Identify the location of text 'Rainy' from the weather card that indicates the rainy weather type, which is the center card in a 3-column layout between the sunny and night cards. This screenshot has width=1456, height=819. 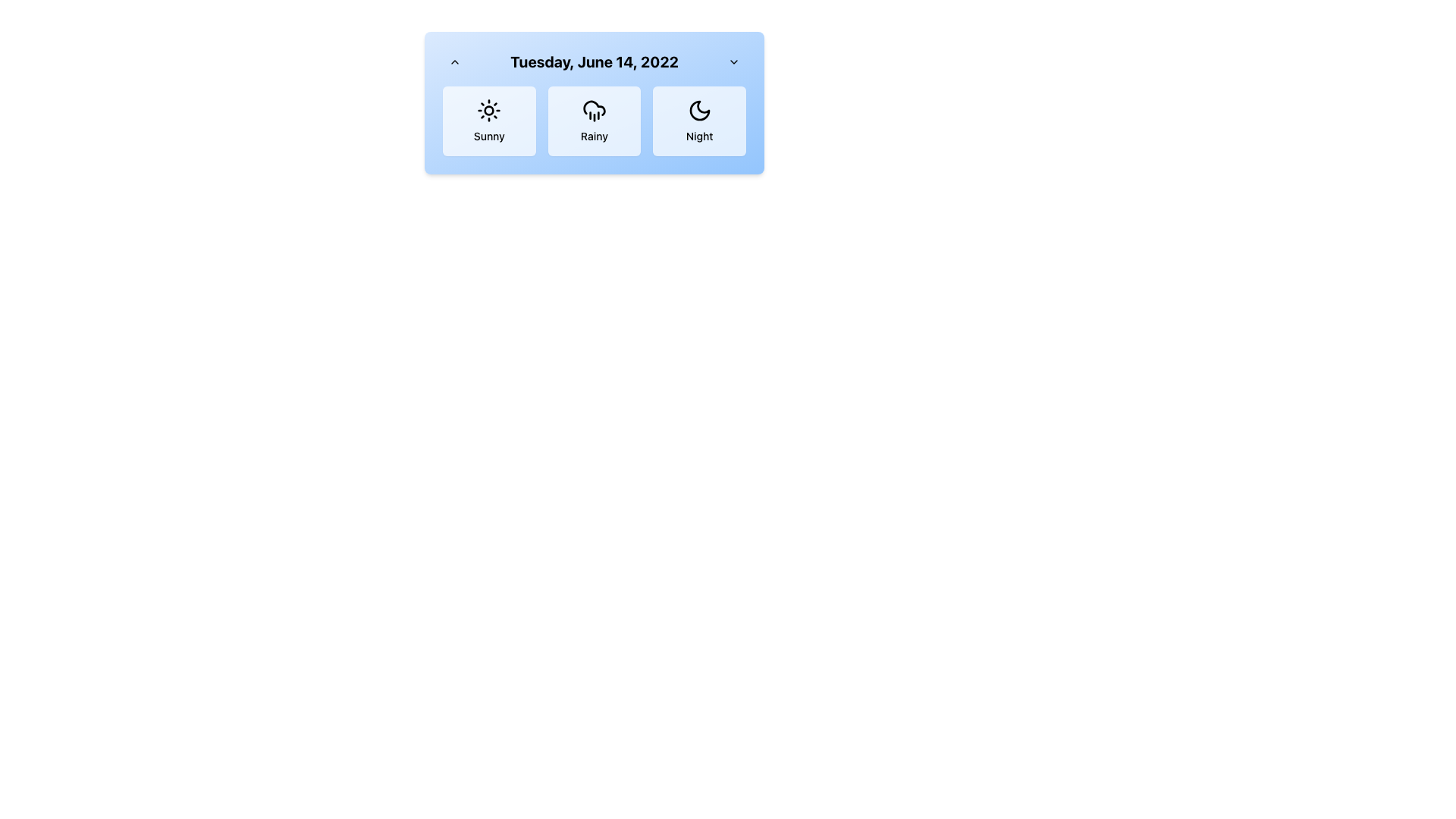
(593, 120).